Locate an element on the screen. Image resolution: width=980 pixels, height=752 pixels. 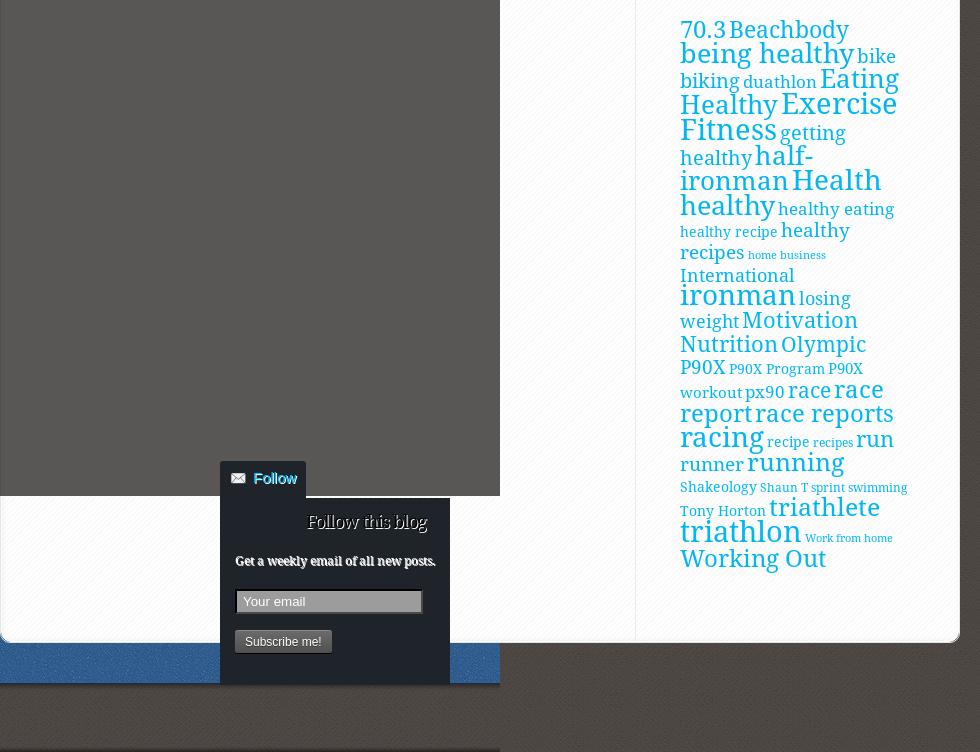
'px90' is located at coordinates (764, 390).